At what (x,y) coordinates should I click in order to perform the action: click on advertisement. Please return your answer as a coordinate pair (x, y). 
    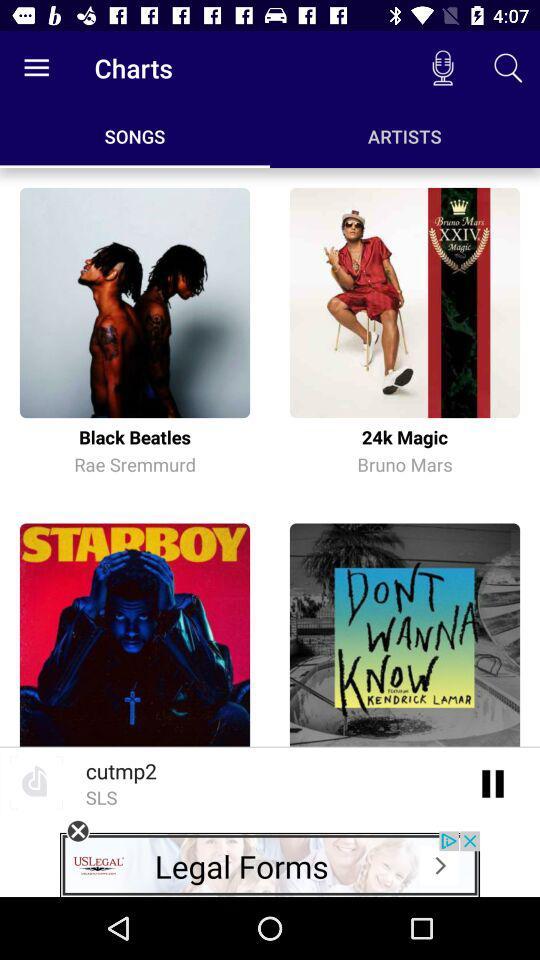
    Looking at the image, I should click on (270, 863).